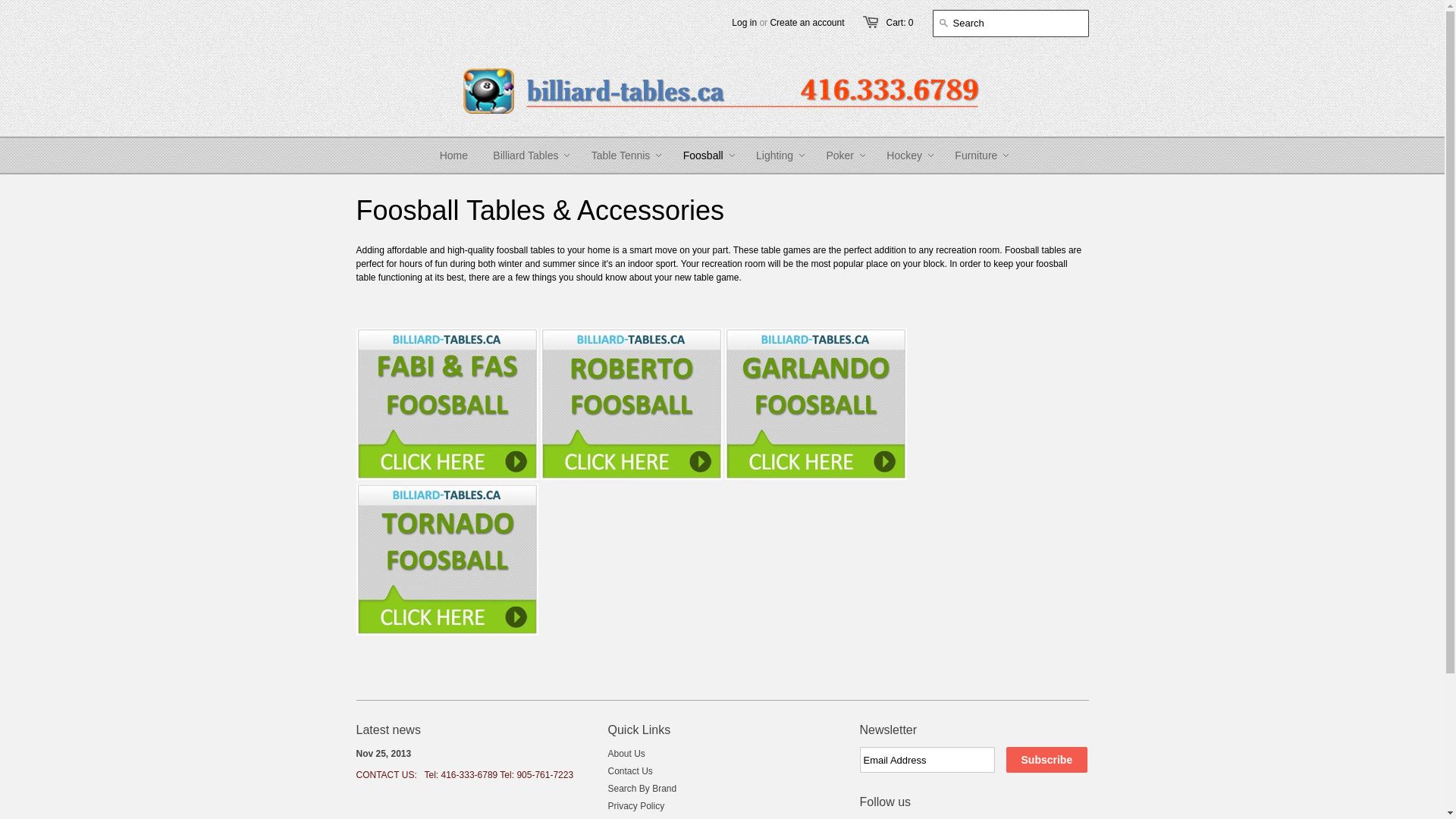 This screenshot has width=1456, height=819. What do you see at coordinates (453, 155) in the screenshot?
I see `'Home'` at bounding box center [453, 155].